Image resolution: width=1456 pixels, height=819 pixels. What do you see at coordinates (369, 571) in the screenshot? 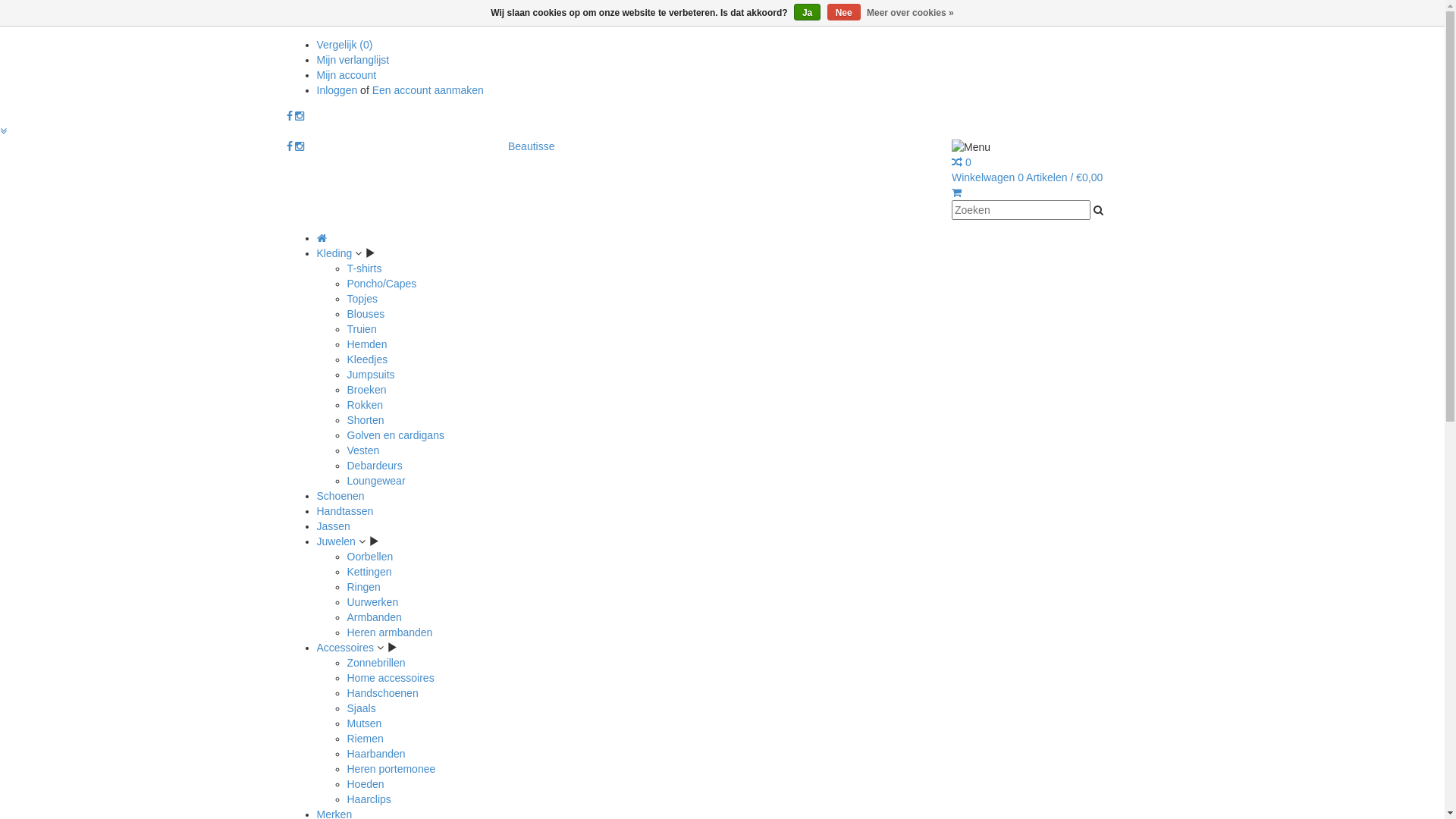
I see `'Kettingen'` at bounding box center [369, 571].